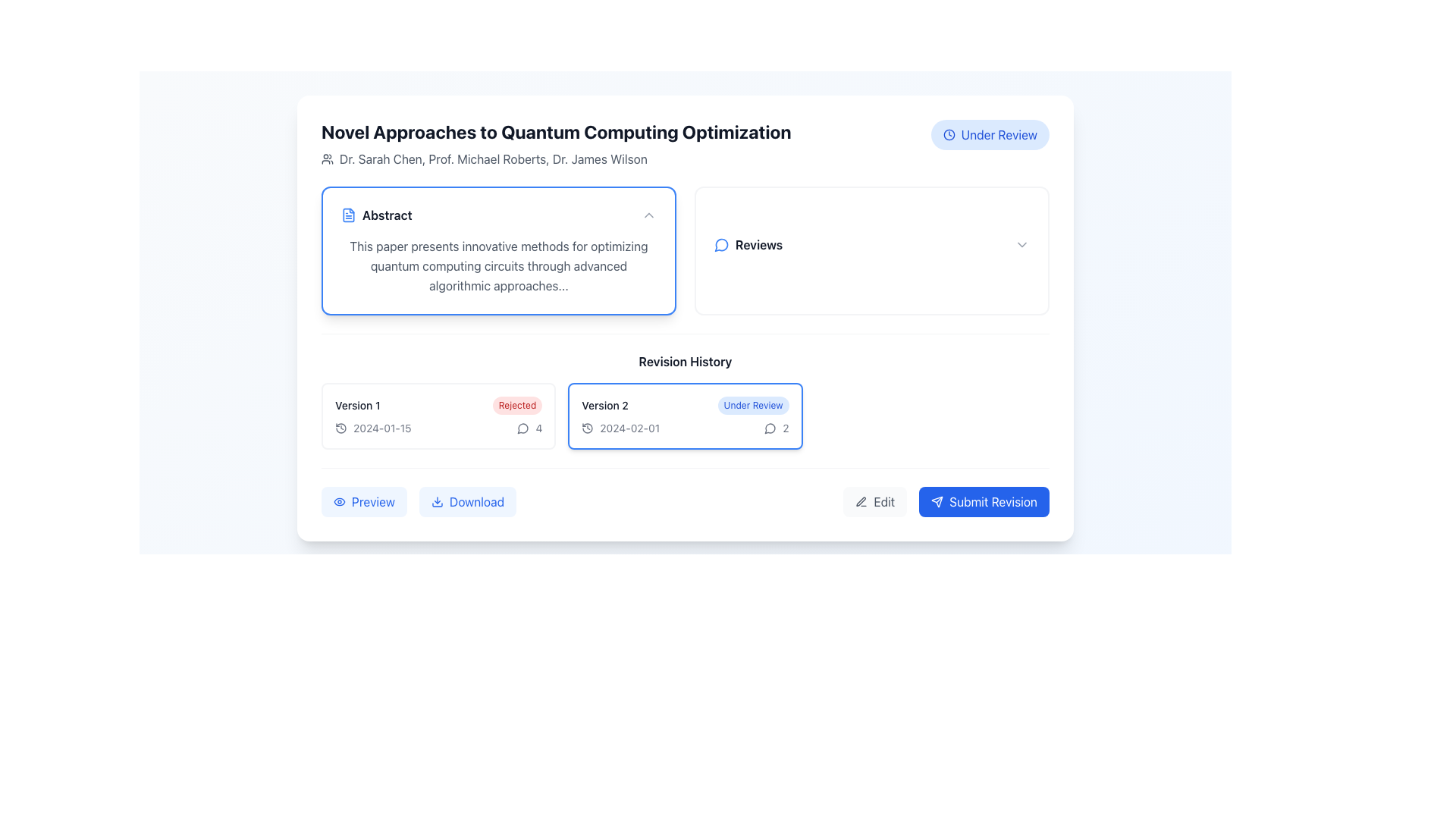 Image resolution: width=1456 pixels, height=819 pixels. What do you see at coordinates (770, 428) in the screenshot?
I see `the IconButton shaped like a speech bubble` at bounding box center [770, 428].